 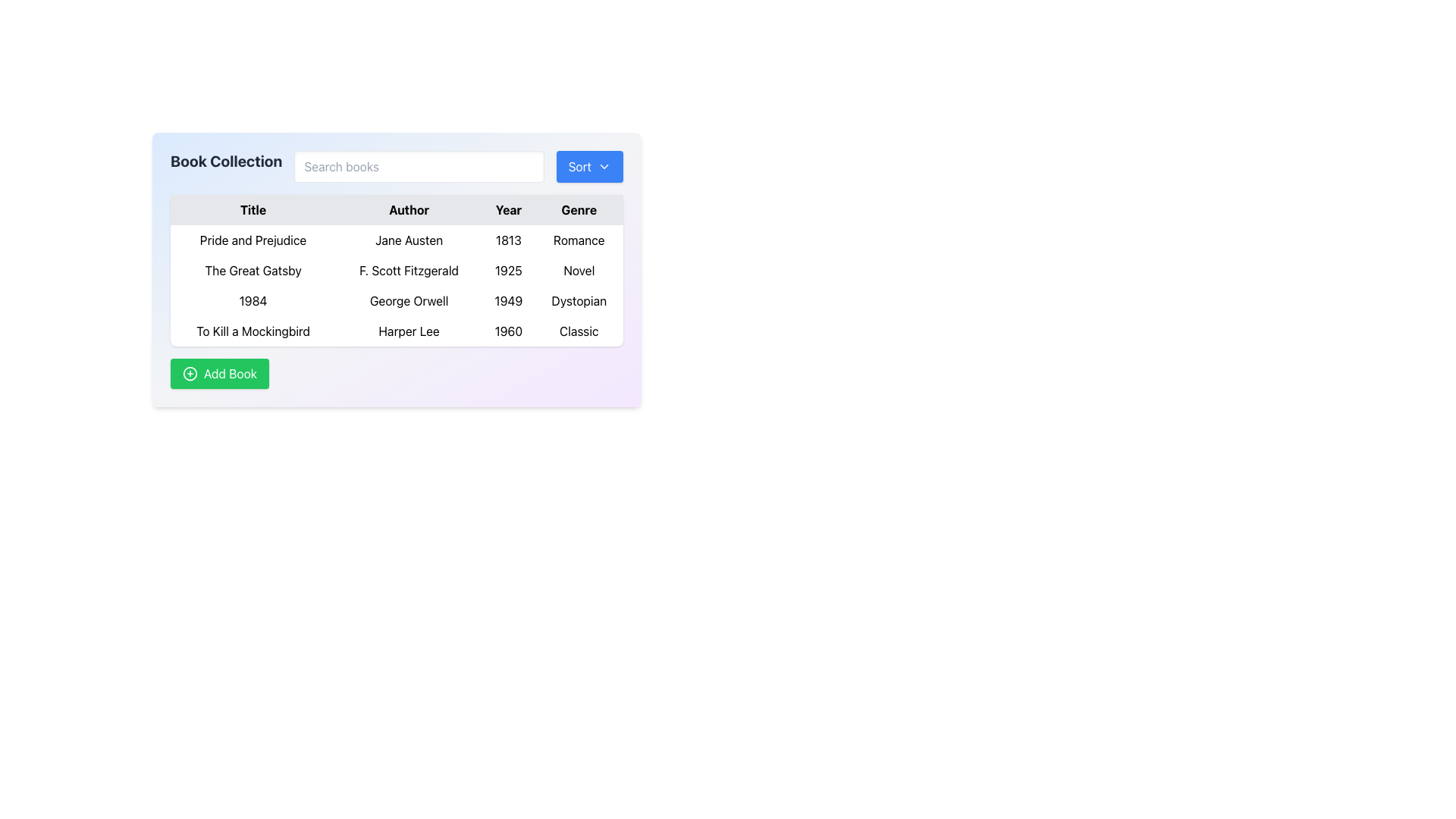 What do you see at coordinates (588, 166) in the screenshot?
I see `the sorting button located to the far right of the 'Book Collection' section, adjacent to the 'Search books' text input field` at bounding box center [588, 166].